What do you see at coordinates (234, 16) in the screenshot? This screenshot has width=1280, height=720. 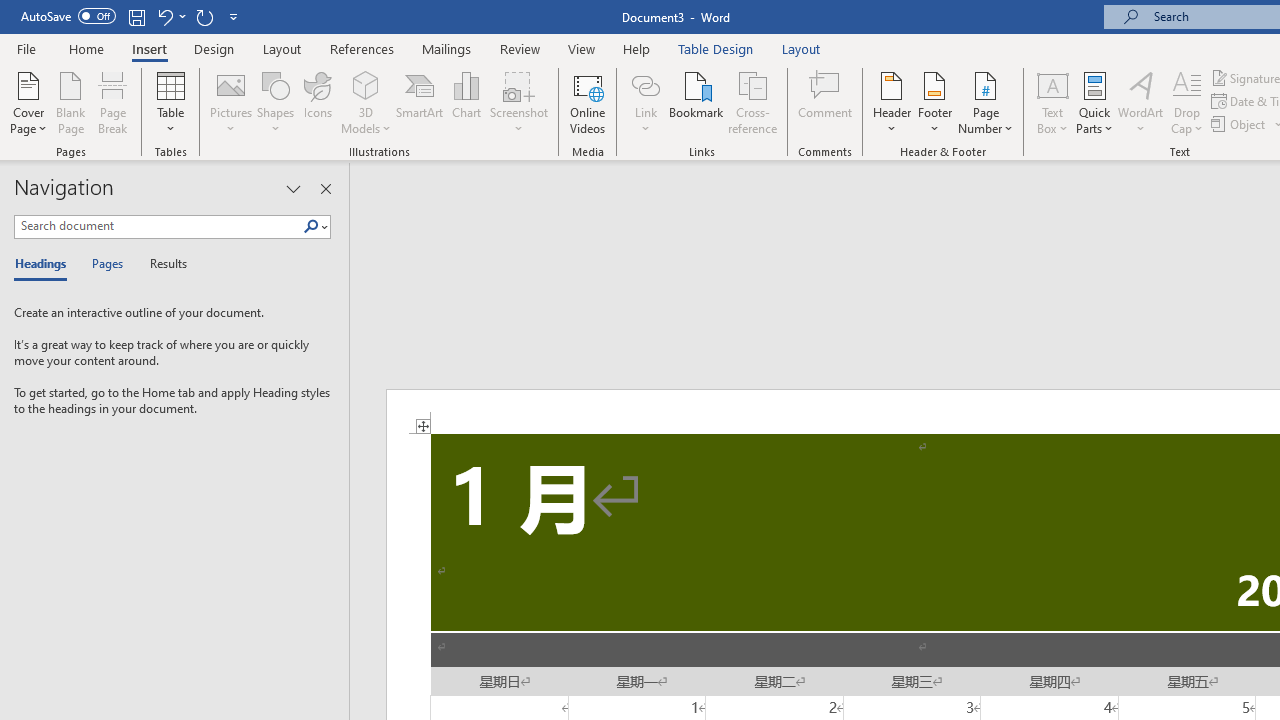 I see `'Customize Quick Access Toolbar'` at bounding box center [234, 16].